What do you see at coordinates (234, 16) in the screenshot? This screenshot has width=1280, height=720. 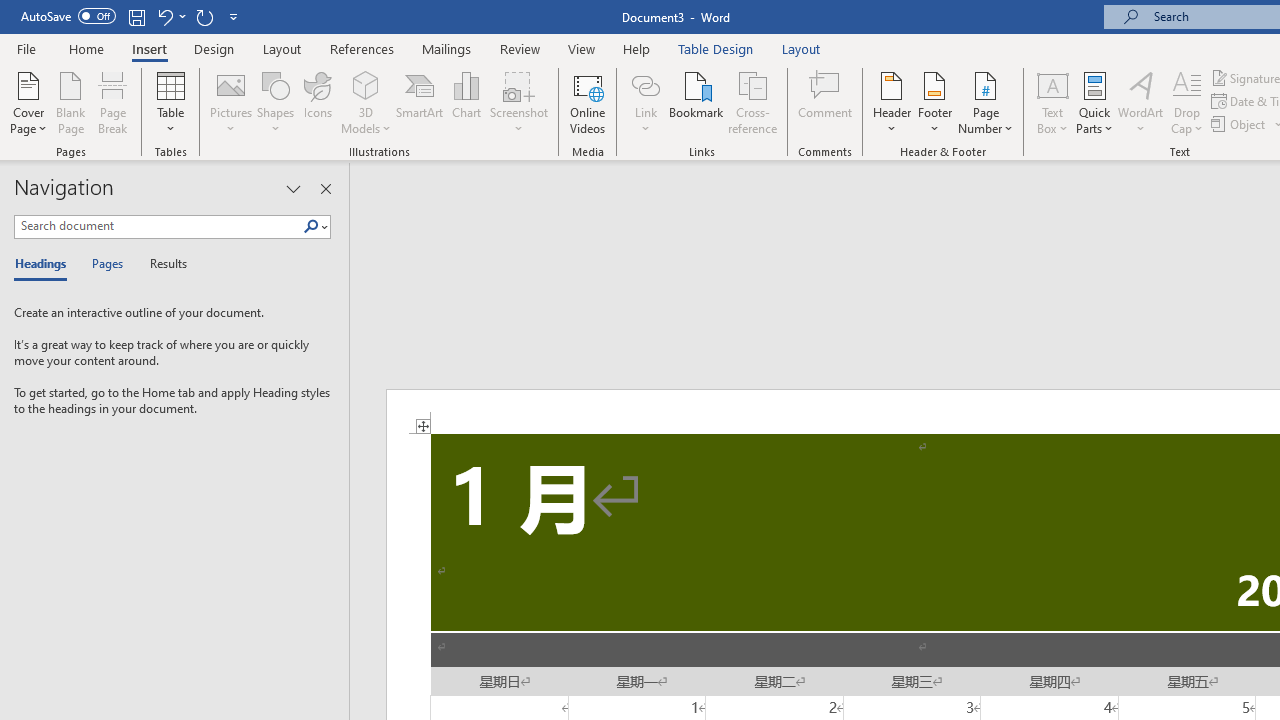 I see `'Customize Quick Access Toolbar'` at bounding box center [234, 16].